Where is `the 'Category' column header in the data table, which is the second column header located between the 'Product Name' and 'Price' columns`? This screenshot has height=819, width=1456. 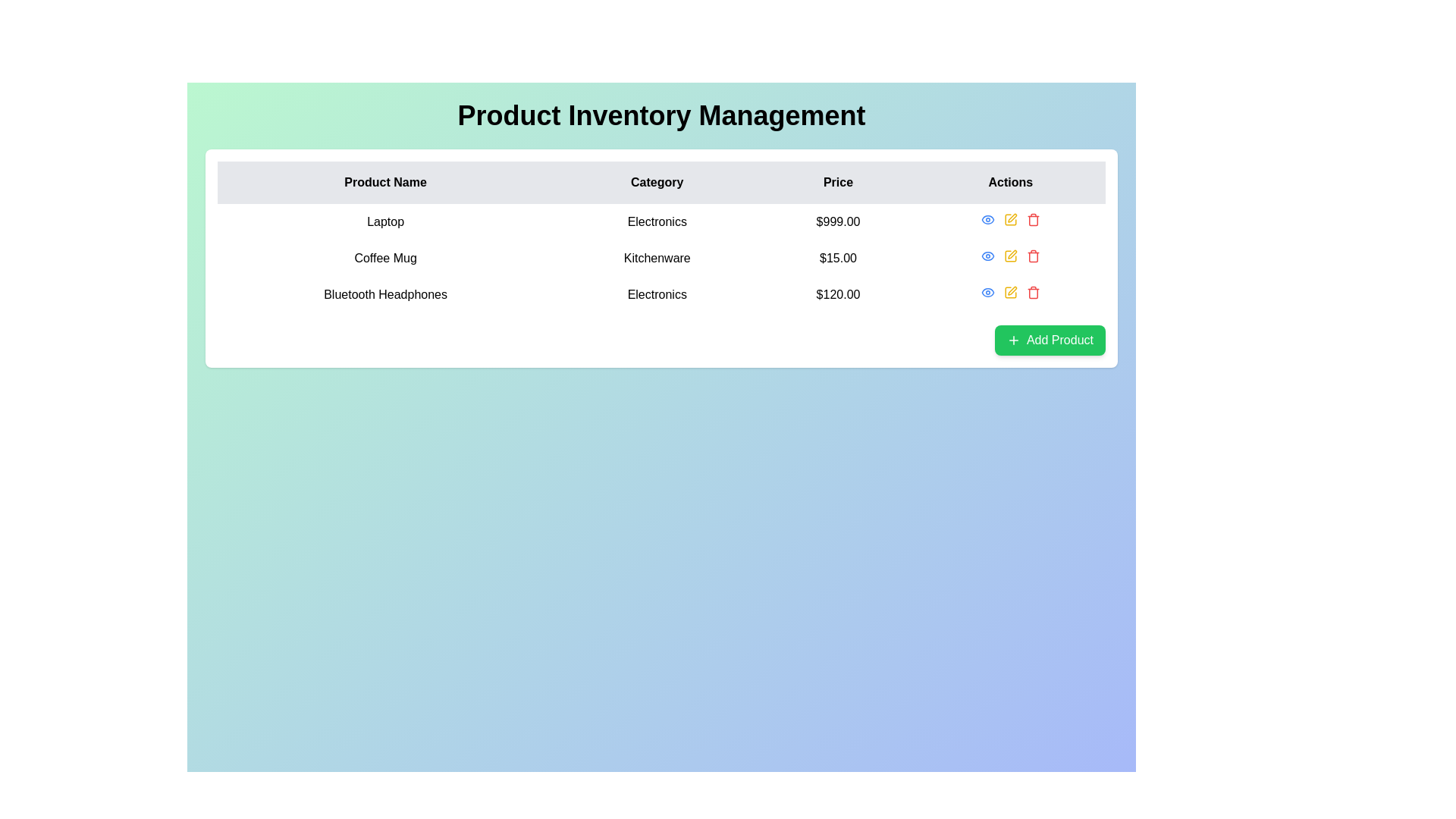
the 'Category' column header in the data table, which is the second column header located between the 'Product Name' and 'Price' columns is located at coordinates (657, 181).